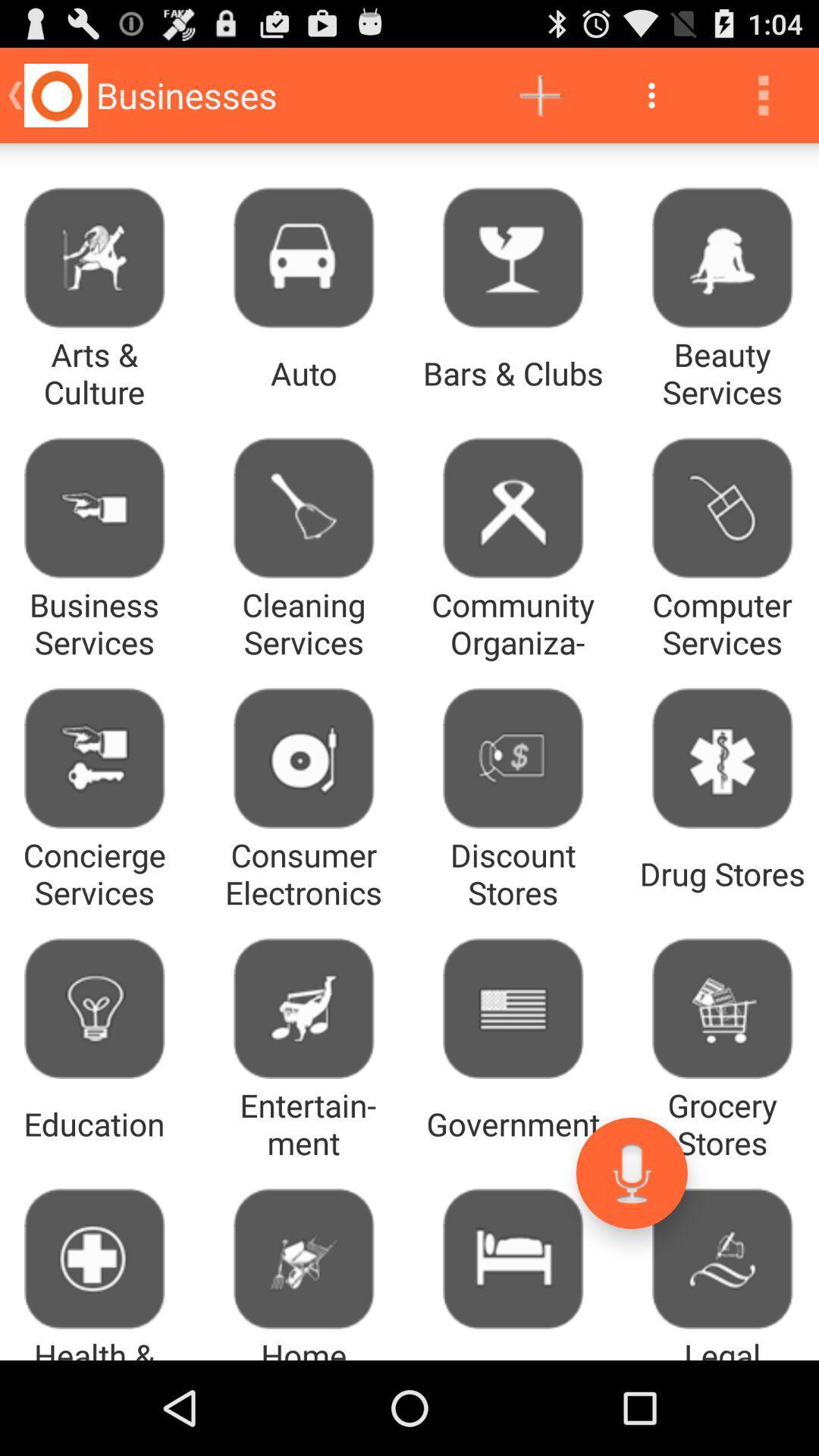 The width and height of the screenshot is (819, 1456). Describe the element at coordinates (632, 1172) in the screenshot. I see `the icon to the right of the entertainment icon` at that location.